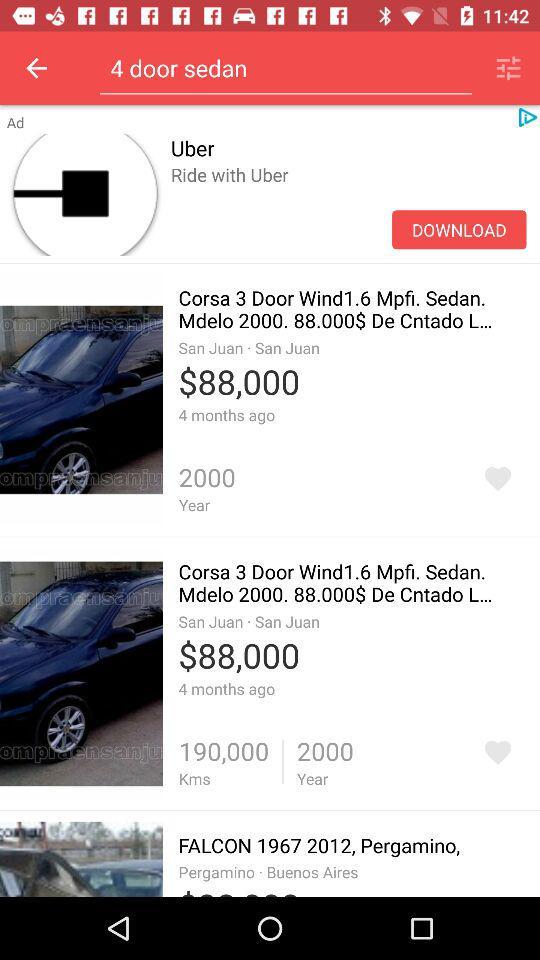 This screenshot has width=540, height=960. I want to click on the ride with uber item, so click(347, 196).